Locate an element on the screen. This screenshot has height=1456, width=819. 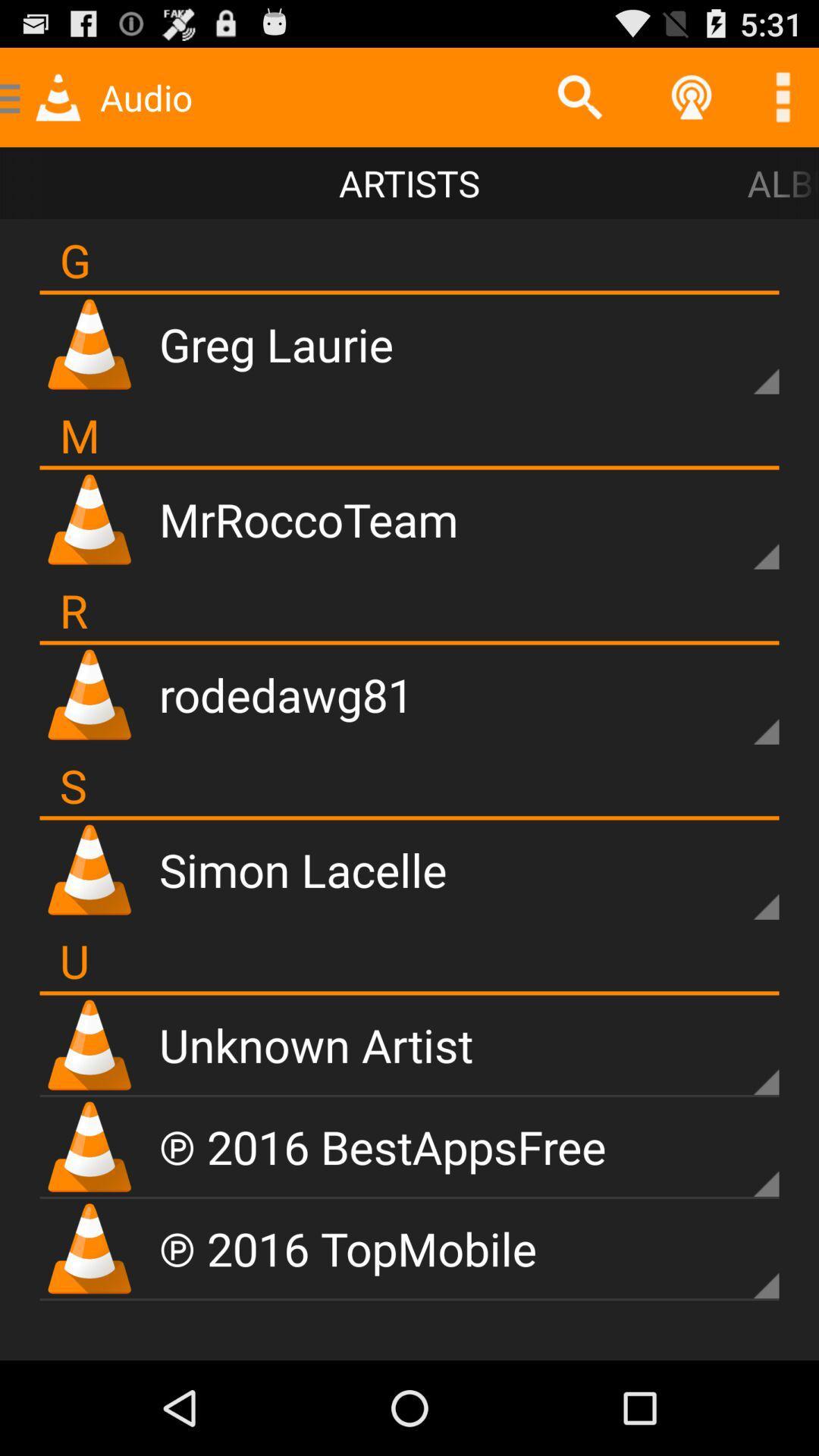
opens sub-menu is located at coordinates (739, 1260).